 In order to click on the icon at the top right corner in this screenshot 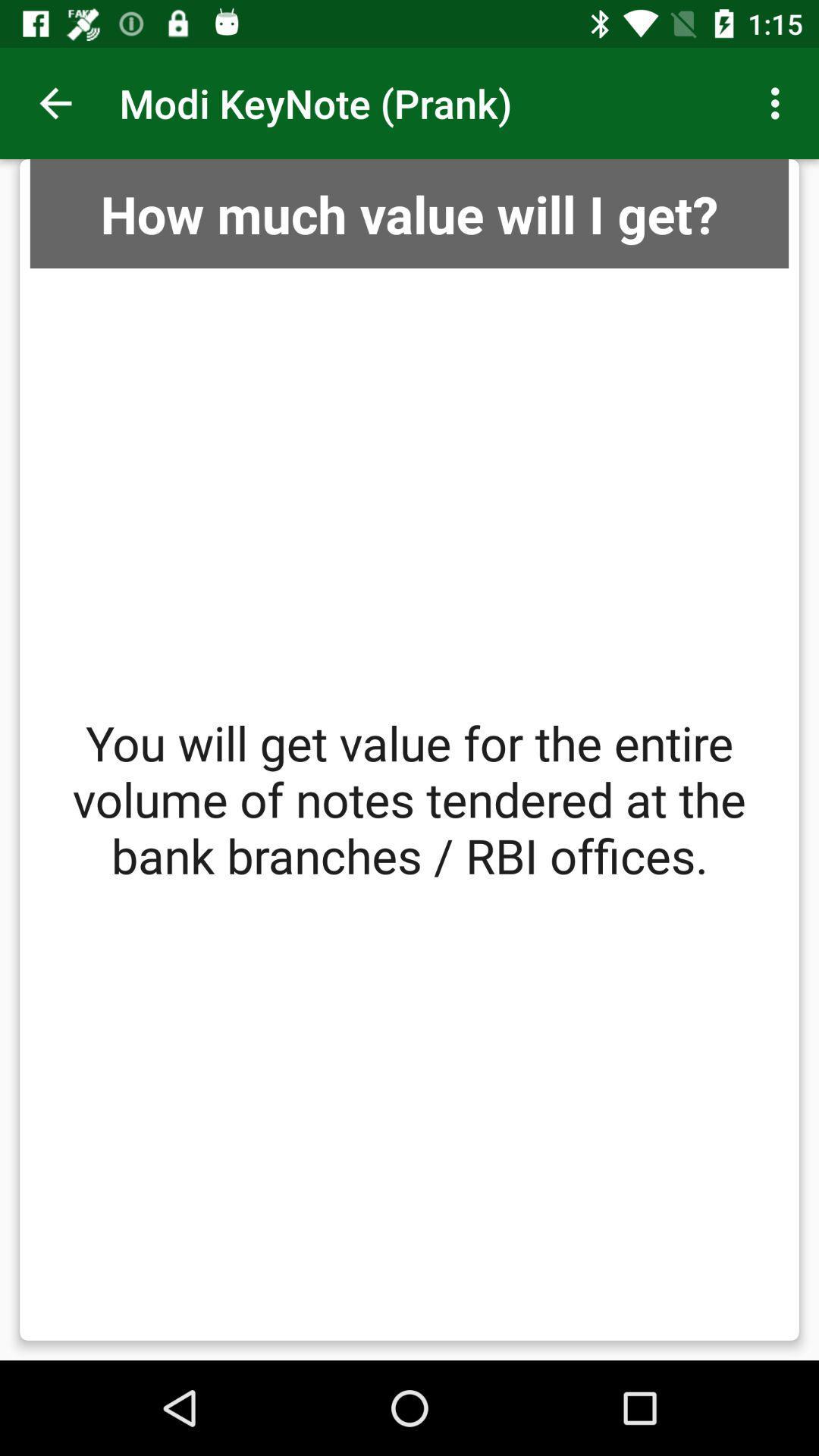, I will do `click(779, 102)`.